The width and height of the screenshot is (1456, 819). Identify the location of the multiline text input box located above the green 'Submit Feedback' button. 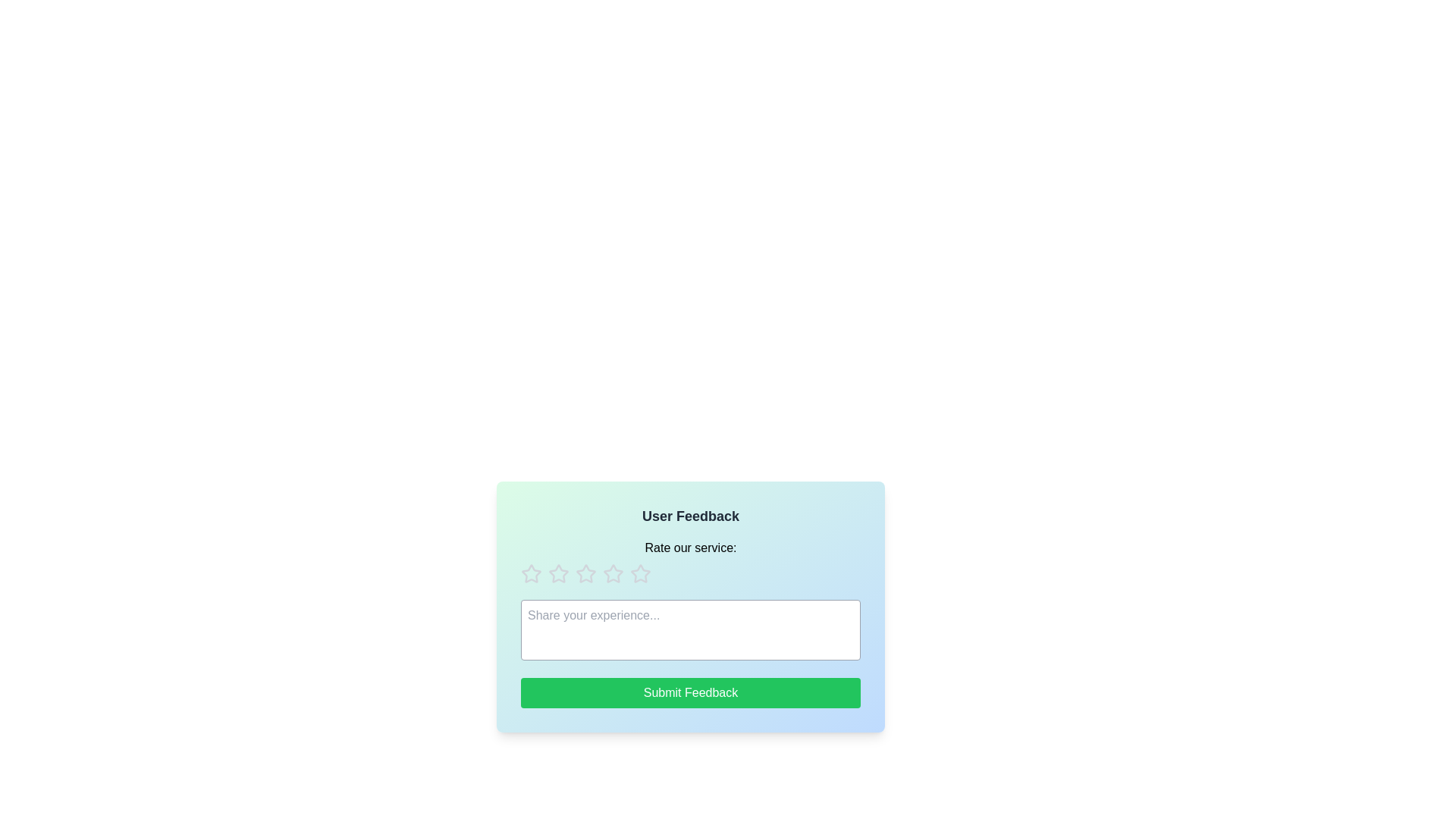
(690, 629).